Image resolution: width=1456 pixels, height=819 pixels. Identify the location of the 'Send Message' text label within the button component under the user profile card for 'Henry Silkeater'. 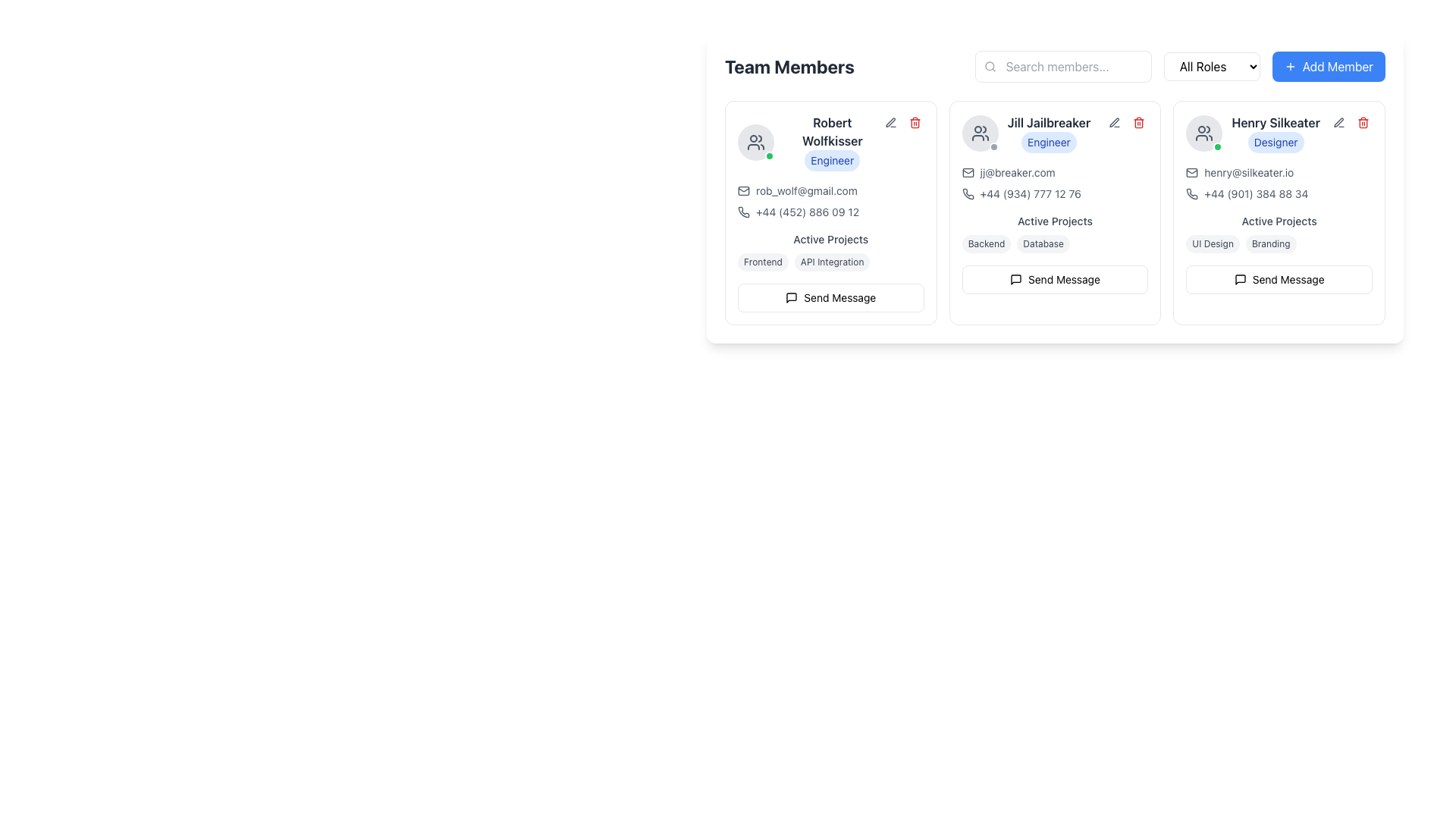
(1288, 280).